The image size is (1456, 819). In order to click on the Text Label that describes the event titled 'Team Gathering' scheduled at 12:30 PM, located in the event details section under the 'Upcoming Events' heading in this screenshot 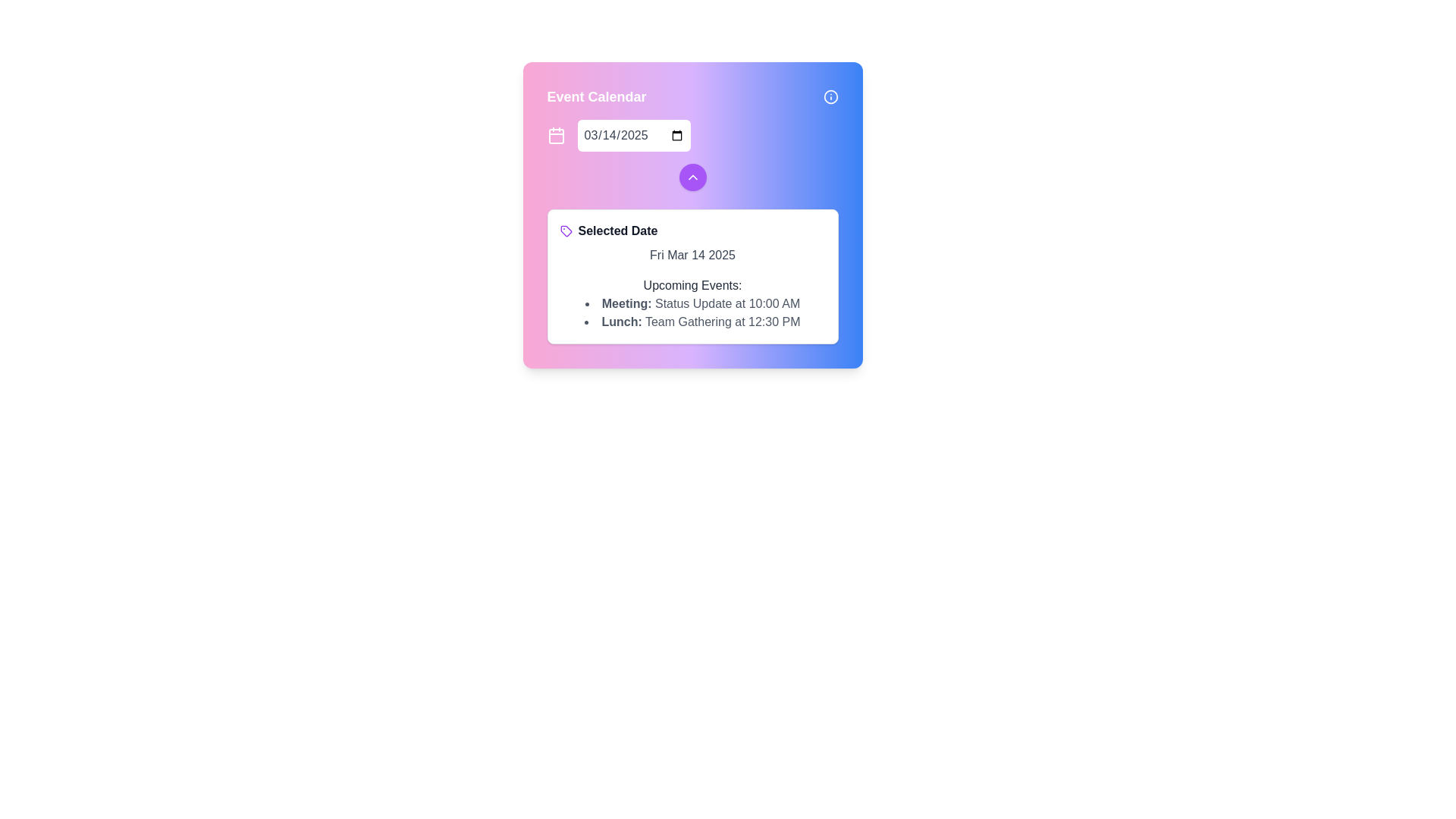, I will do `click(692, 321)`.